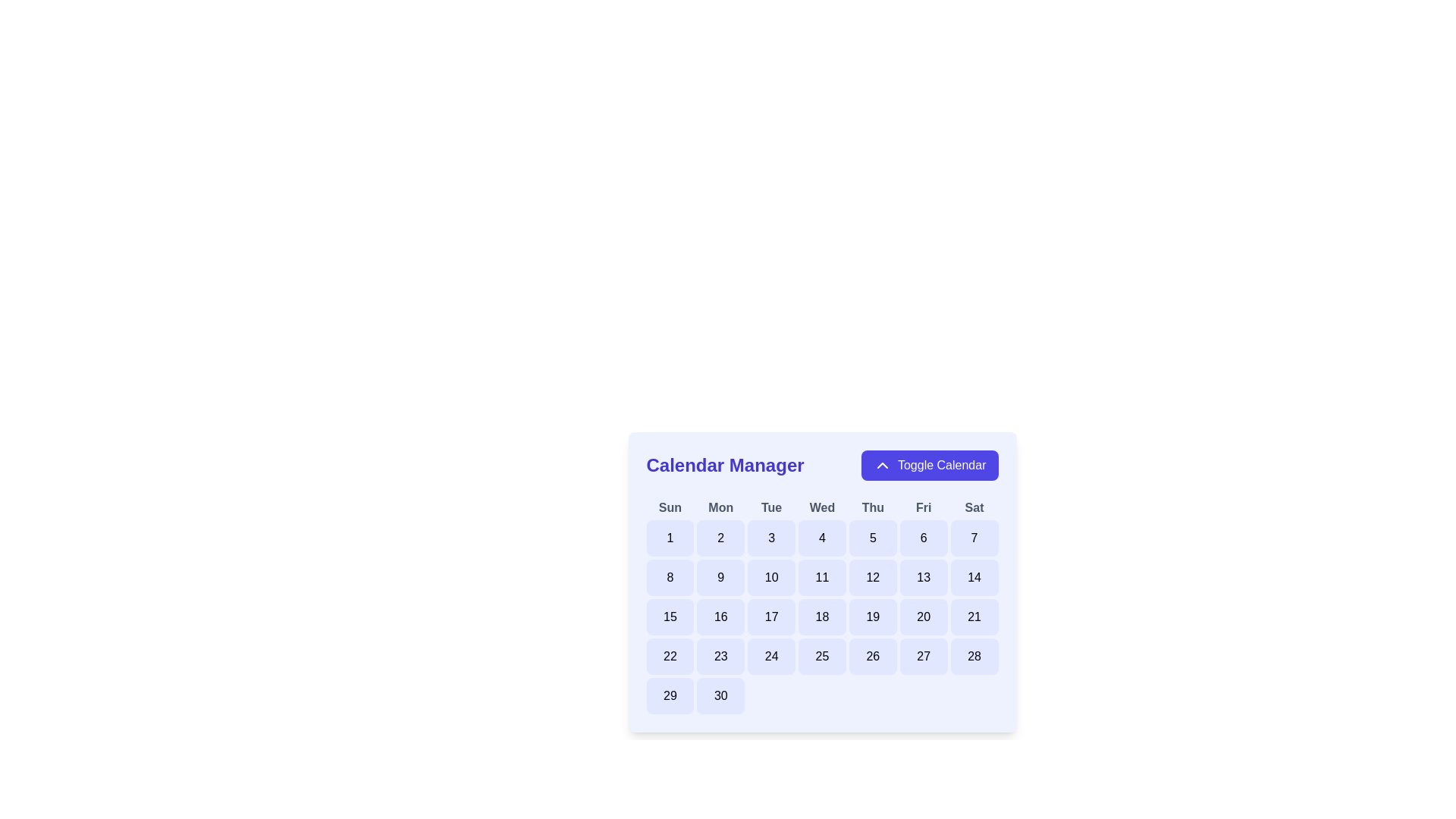 Image resolution: width=1456 pixels, height=819 pixels. Describe the element at coordinates (923, 508) in the screenshot. I see `the text label displaying 'Fri' in bold gray font, which is the sixth day header in the calendar interface located between 'Thu' and 'Sat'` at that location.